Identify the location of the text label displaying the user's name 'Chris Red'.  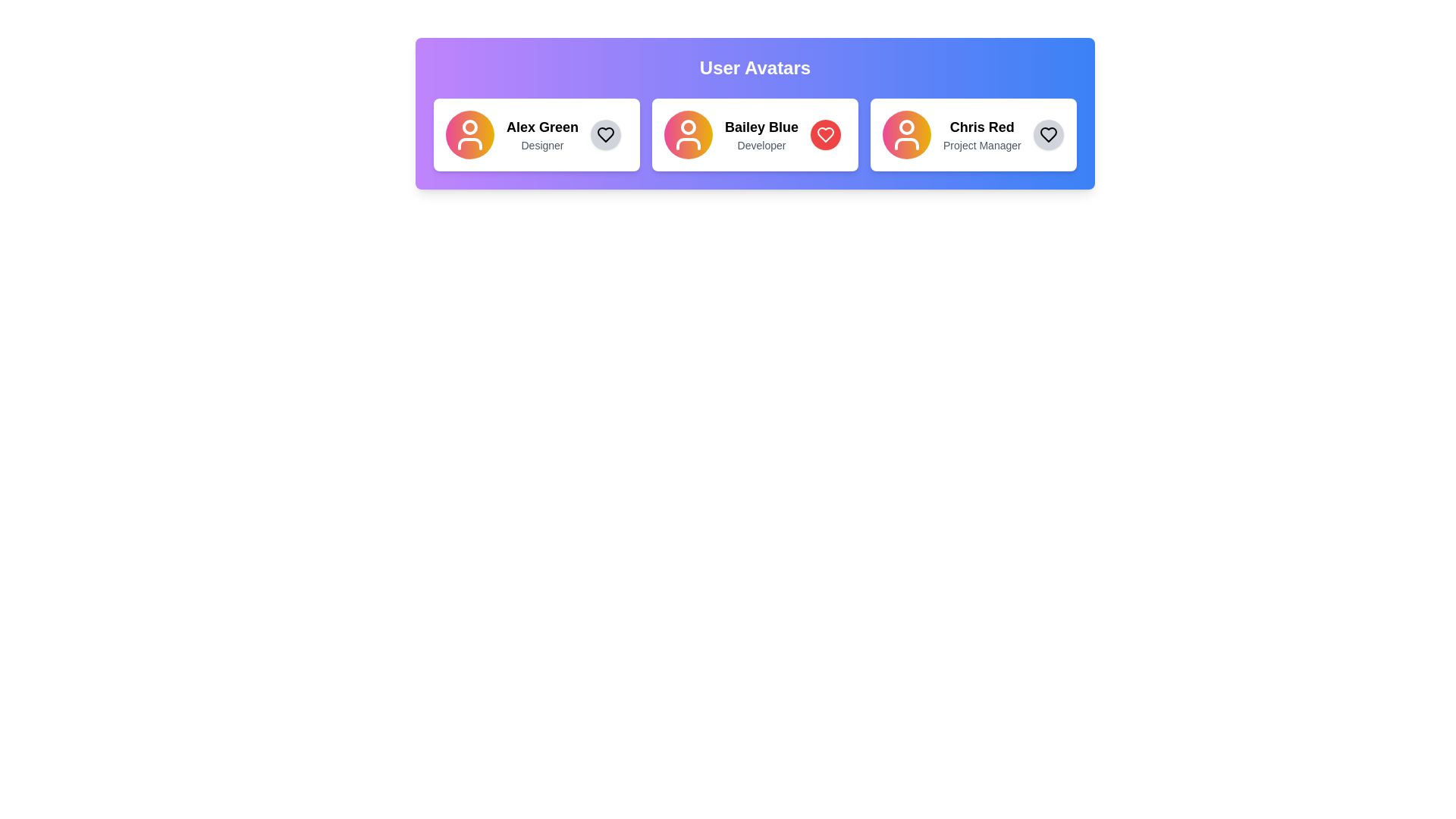
(982, 127).